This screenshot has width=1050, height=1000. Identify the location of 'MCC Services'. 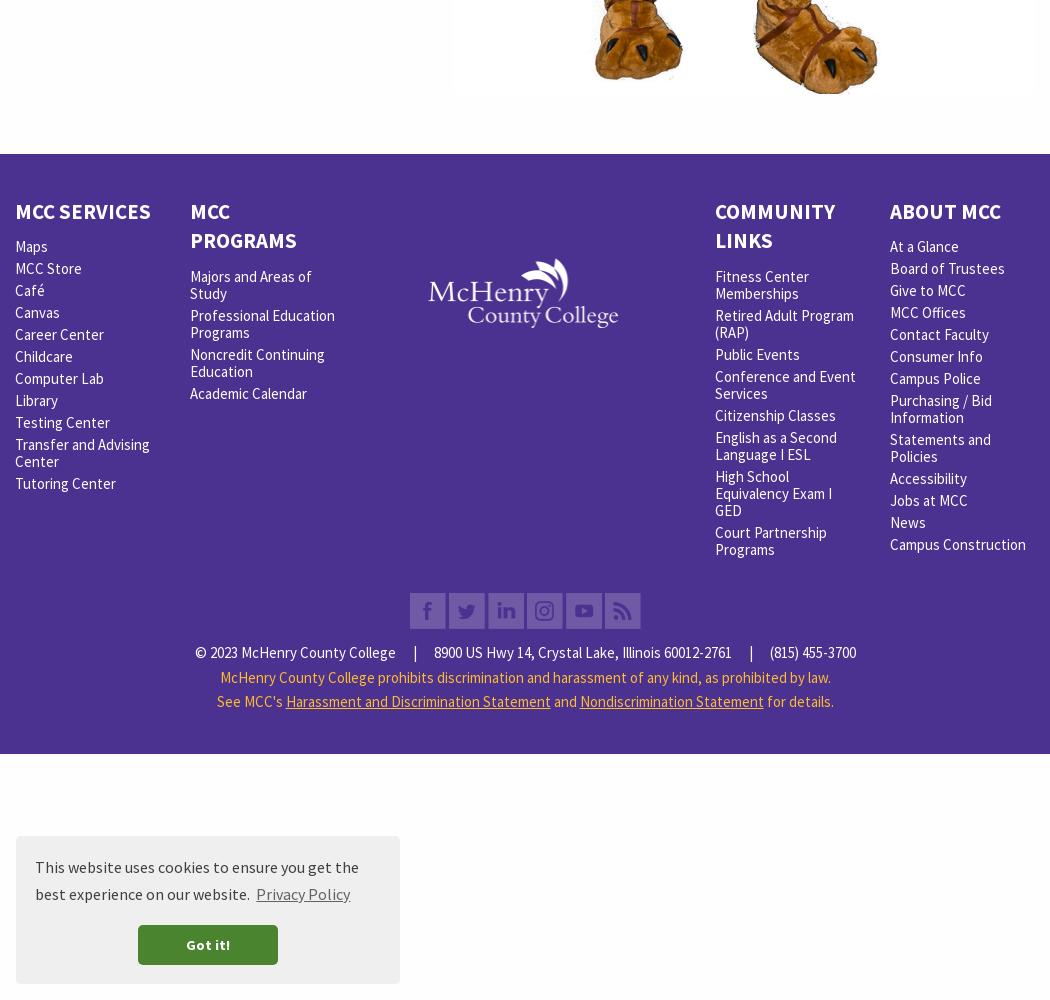
(82, 209).